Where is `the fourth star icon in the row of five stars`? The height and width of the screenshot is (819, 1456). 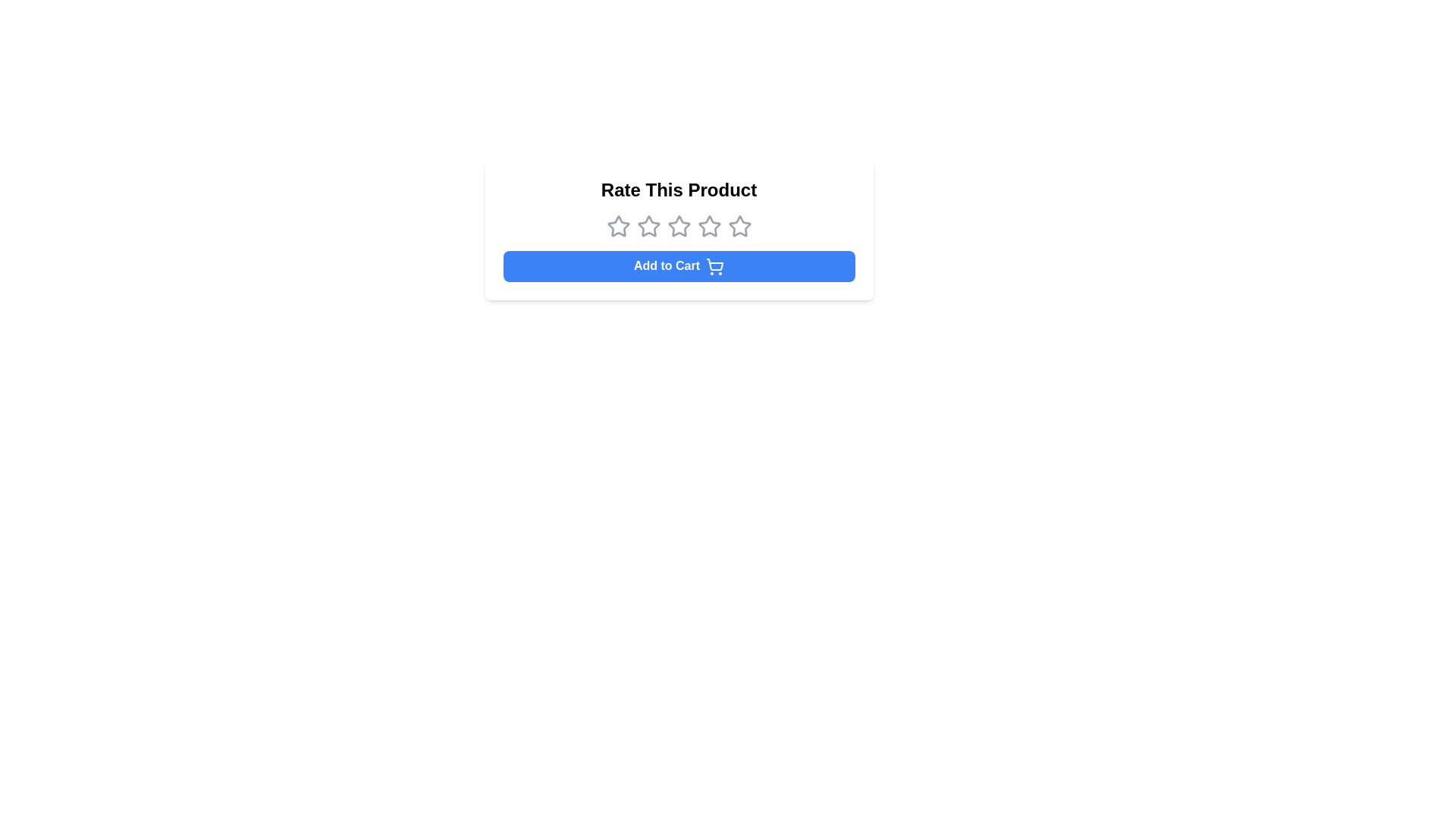
the fourth star icon in the row of five stars is located at coordinates (708, 226).